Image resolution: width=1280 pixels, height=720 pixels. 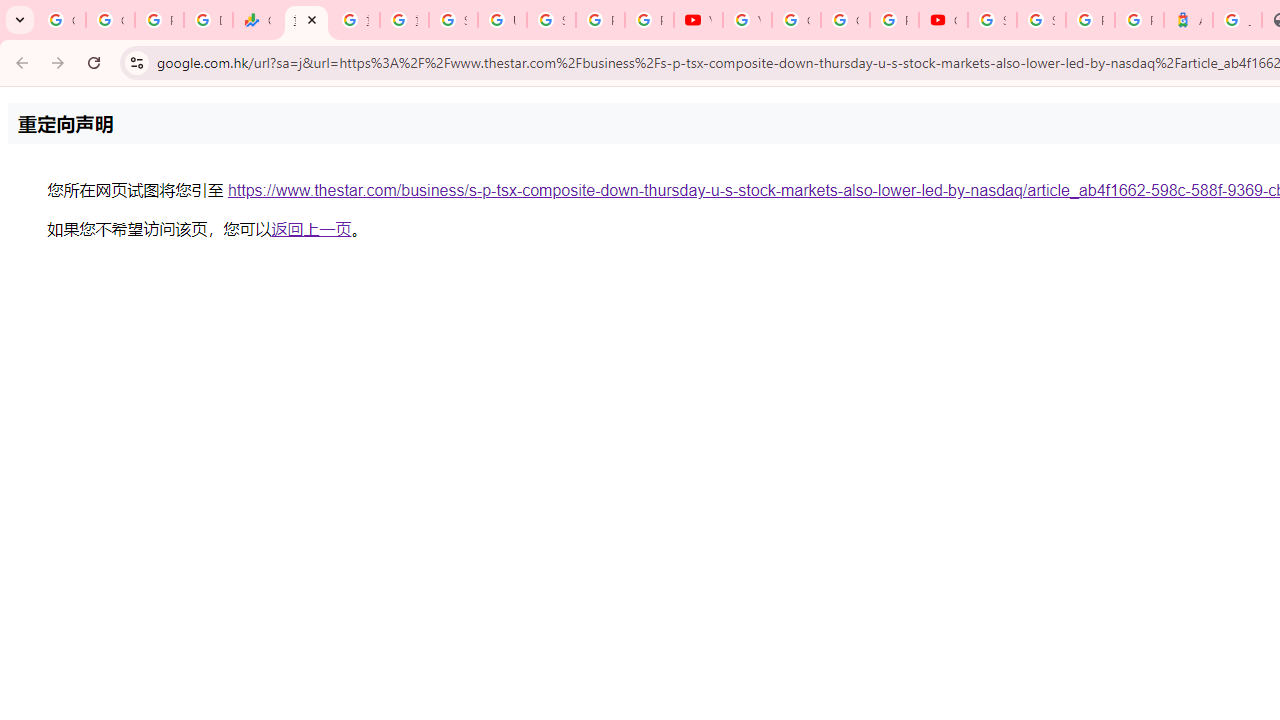 What do you see at coordinates (61, 20) in the screenshot?
I see `'Google Workspace Admin Community'` at bounding box center [61, 20].